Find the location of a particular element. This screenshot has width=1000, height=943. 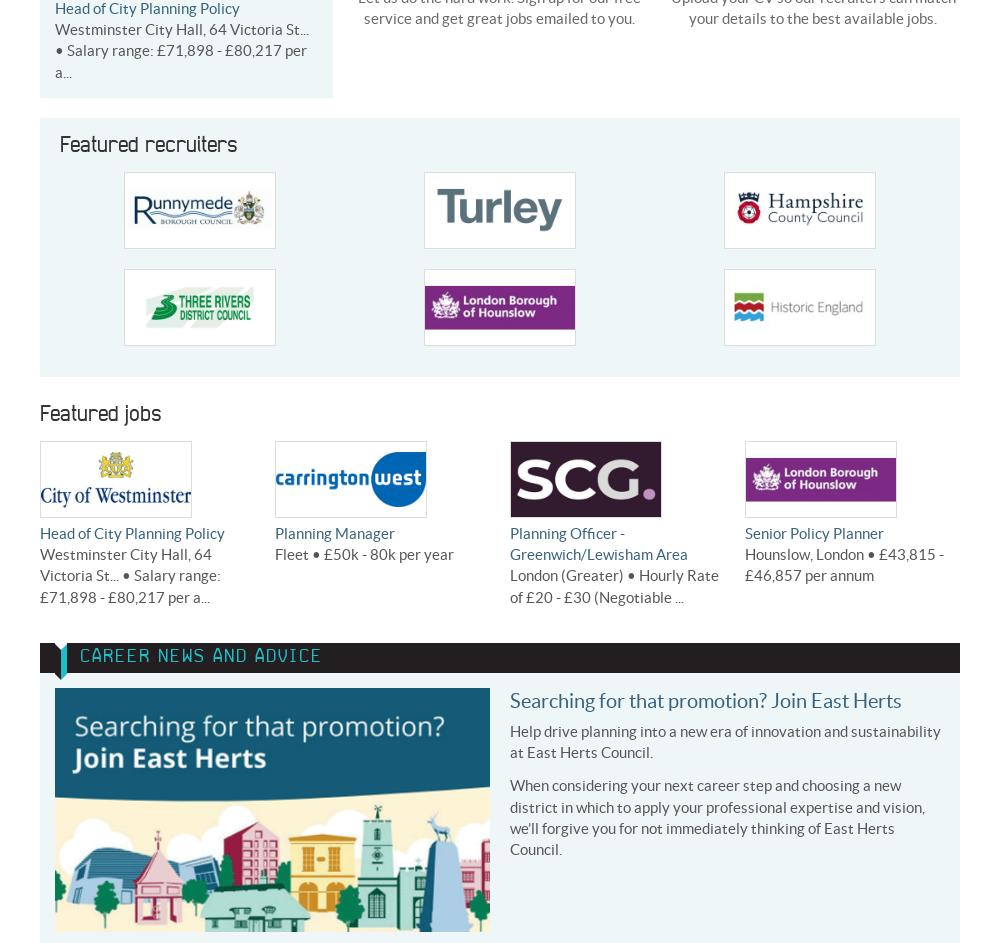

'Help drive planning into a new era of innovation and sustainability at East Herts Council.' is located at coordinates (724, 741).